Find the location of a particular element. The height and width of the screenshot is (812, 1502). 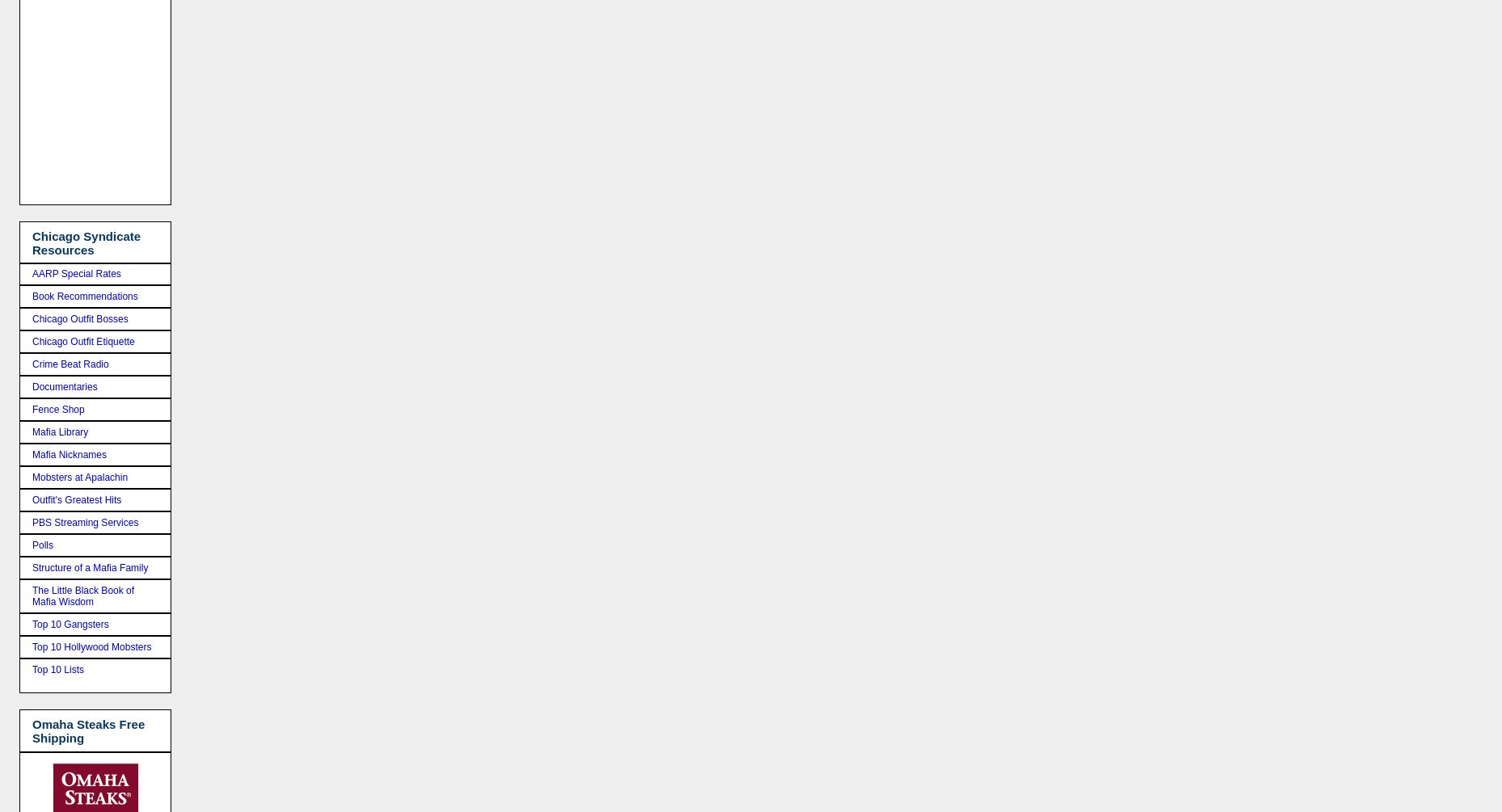

'Top 10 Lists' is located at coordinates (57, 670).